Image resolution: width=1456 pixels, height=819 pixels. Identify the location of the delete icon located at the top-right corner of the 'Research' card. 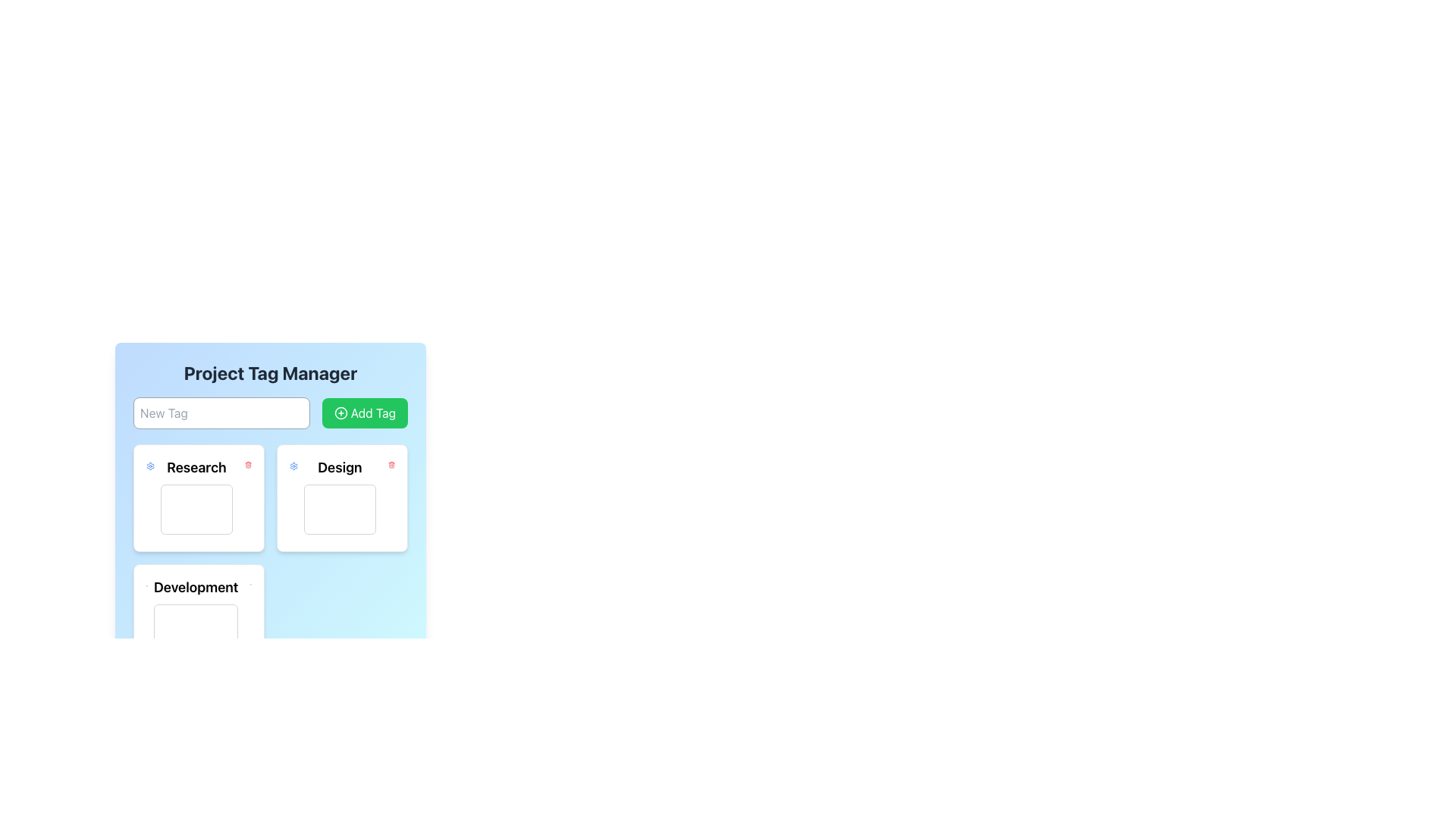
(248, 464).